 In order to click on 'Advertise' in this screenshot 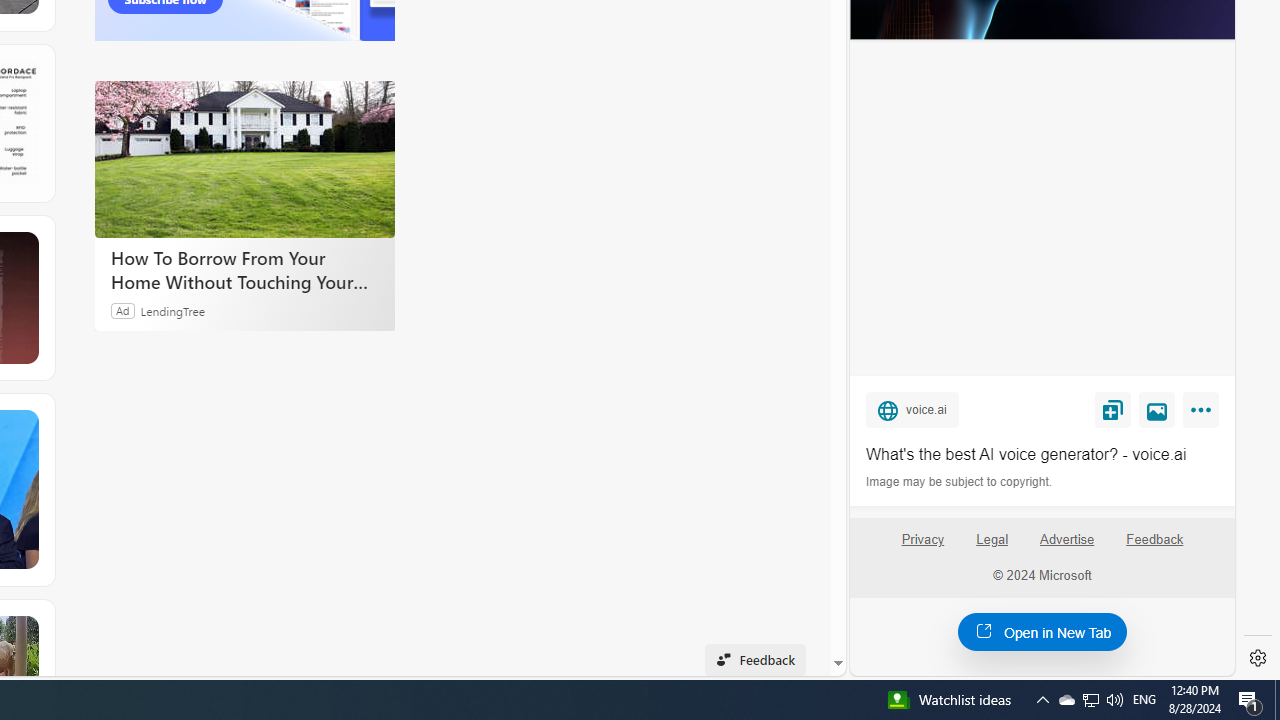, I will do `click(1065, 538)`.